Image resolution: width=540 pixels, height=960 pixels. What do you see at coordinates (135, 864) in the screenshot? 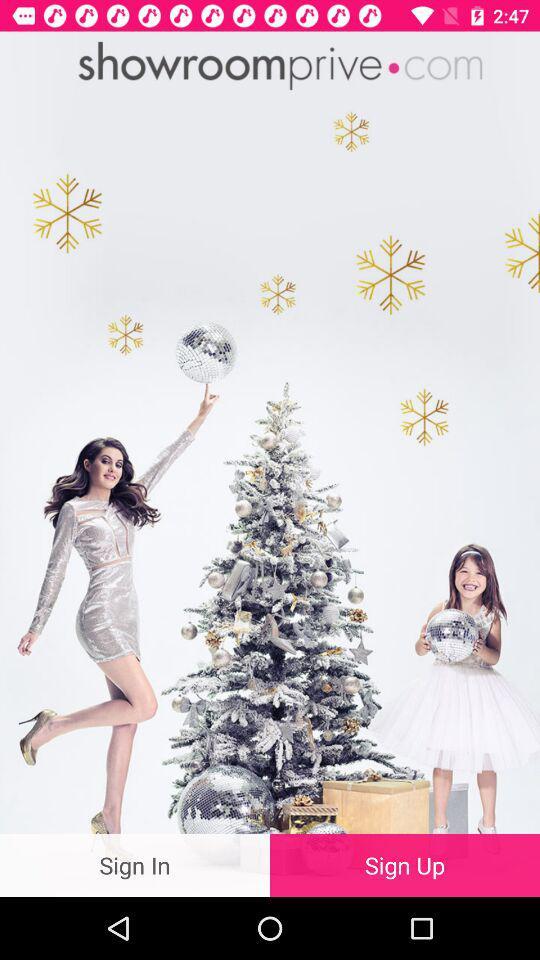
I see `the icon to the left of the sign up item` at bounding box center [135, 864].